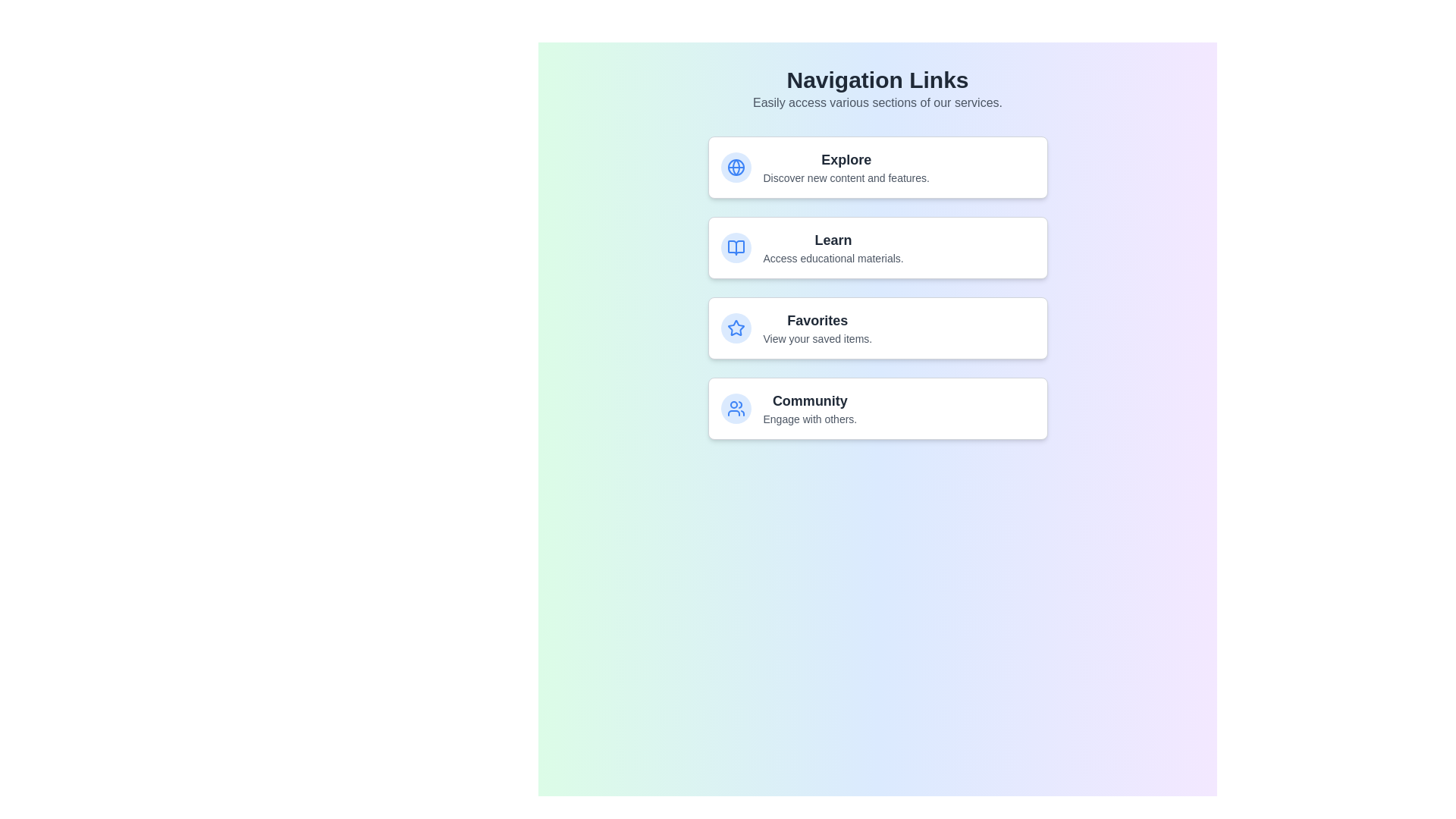  Describe the element at coordinates (809, 408) in the screenshot. I see `the 'Community' navigation link within the fourth interactive card` at that location.